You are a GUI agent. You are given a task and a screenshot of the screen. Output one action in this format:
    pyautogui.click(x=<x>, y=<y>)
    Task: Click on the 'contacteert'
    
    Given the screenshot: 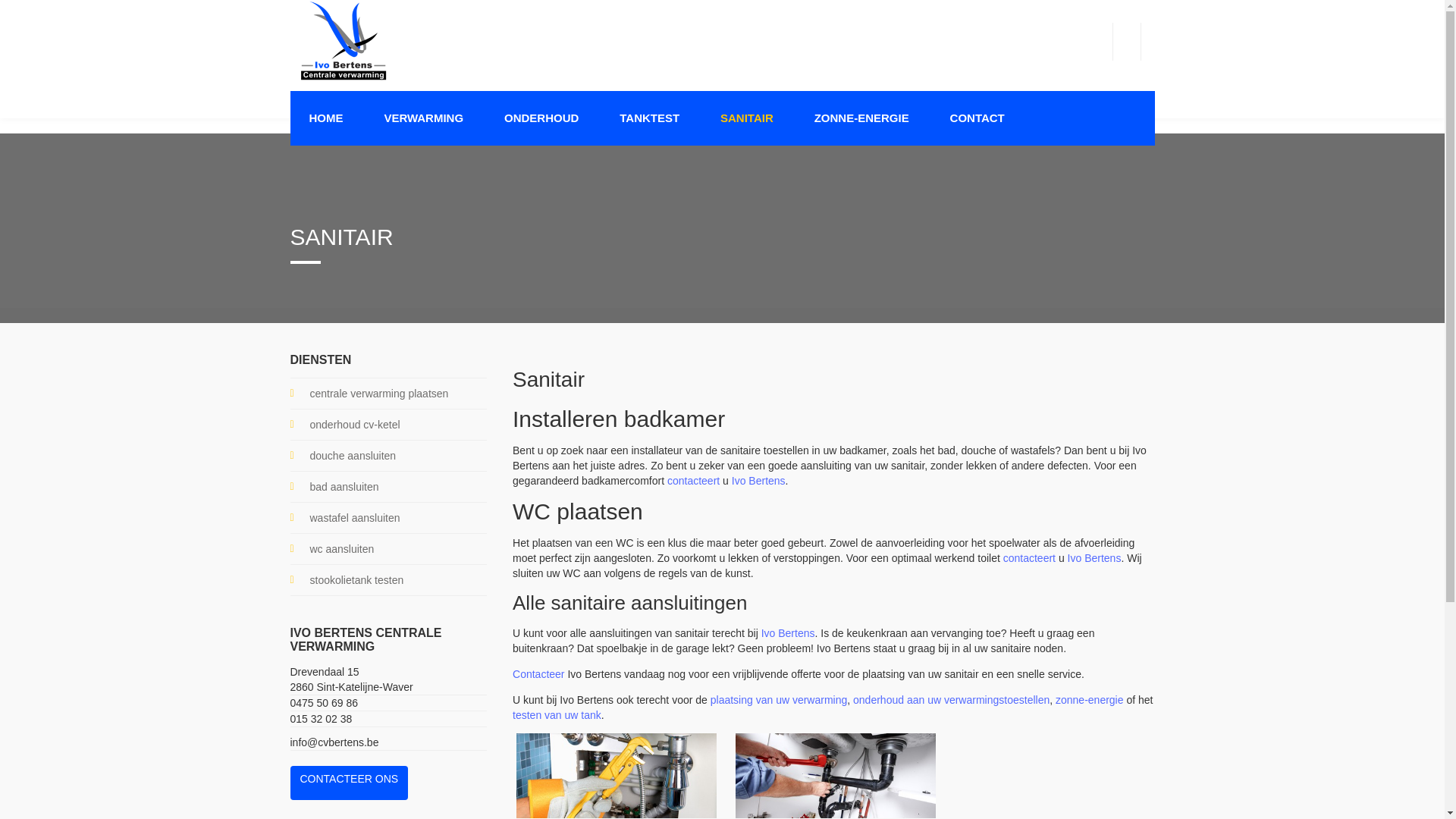 What is the action you would take?
    pyautogui.click(x=1029, y=558)
    